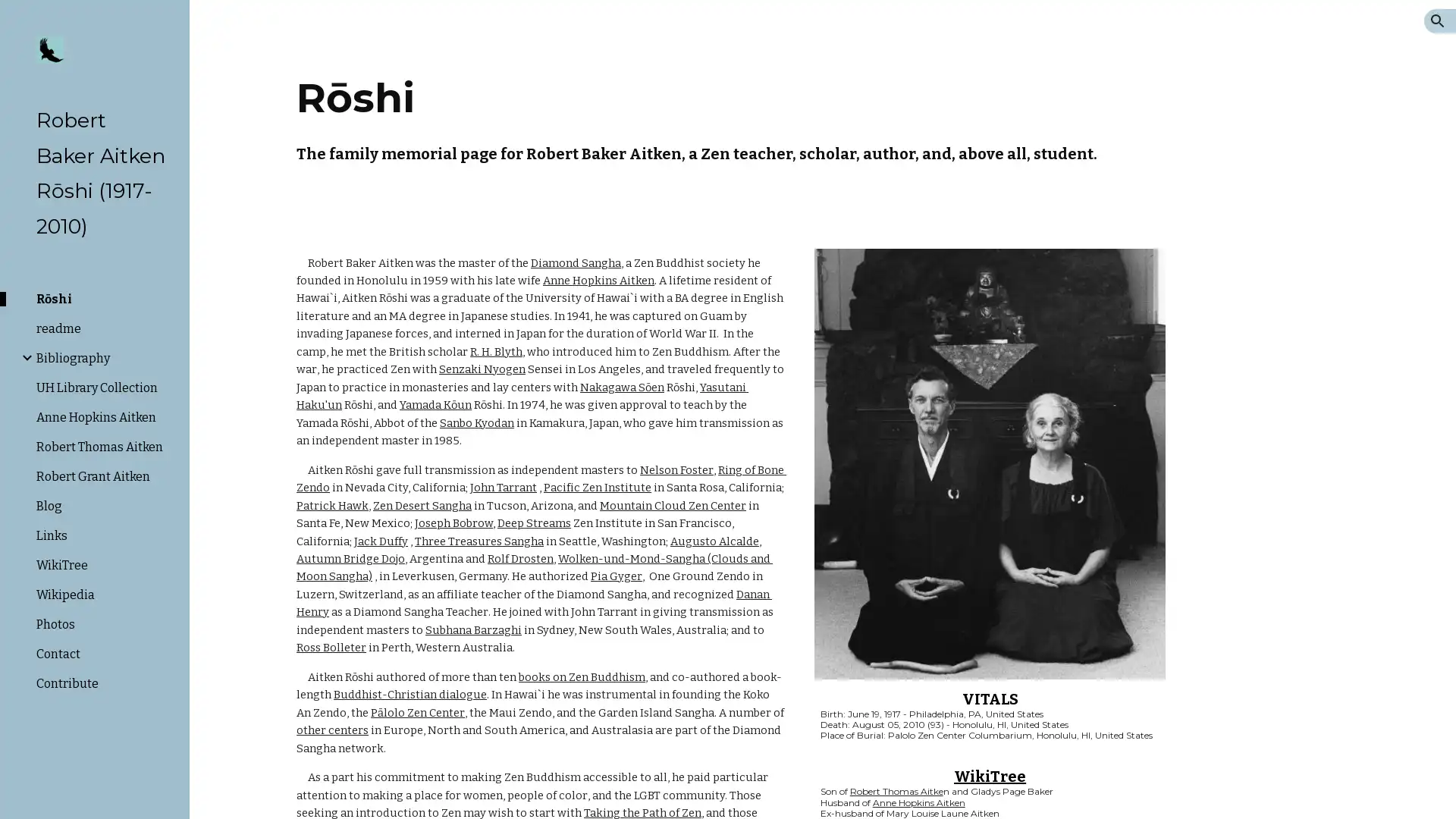 The image size is (1456, 819). Describe the element at coordinates (1129, 698) in the screenshot. I see `Copy heading link` at that location.